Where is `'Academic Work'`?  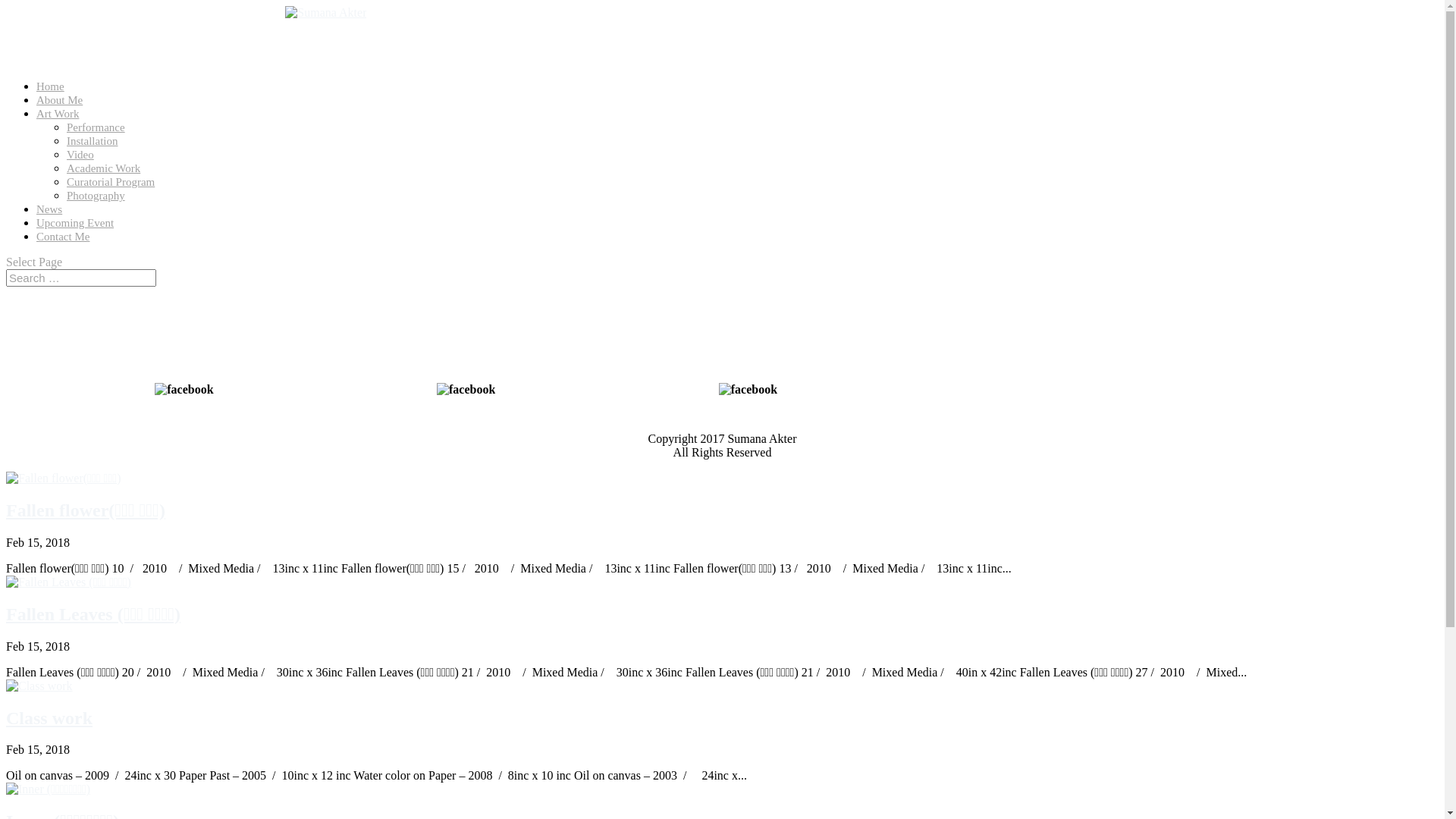
'Academic Work' is located at coordinates (102, 168).